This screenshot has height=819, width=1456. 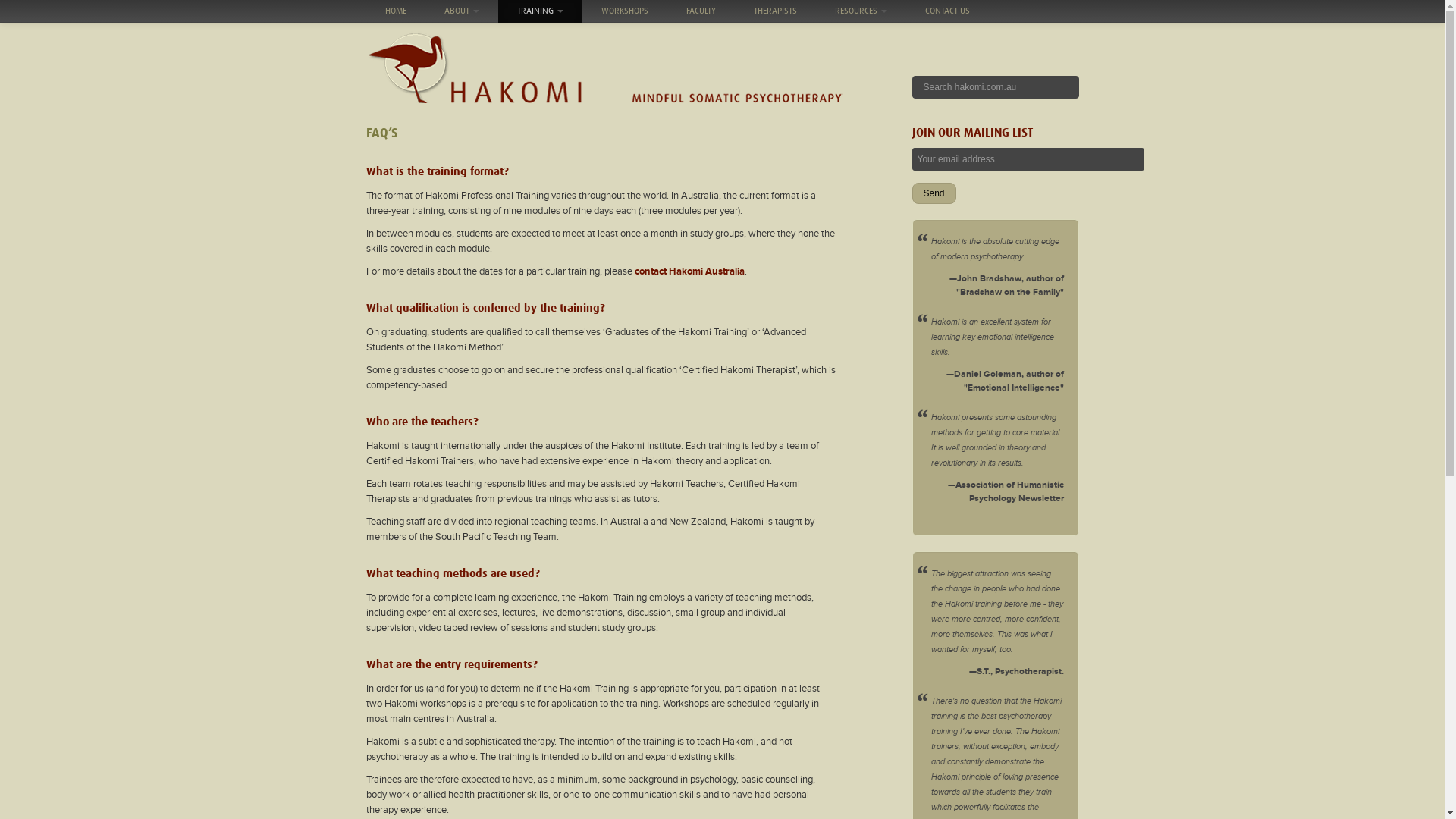 I want to click on 'THERAPISTS', so click(x=774, y=11).